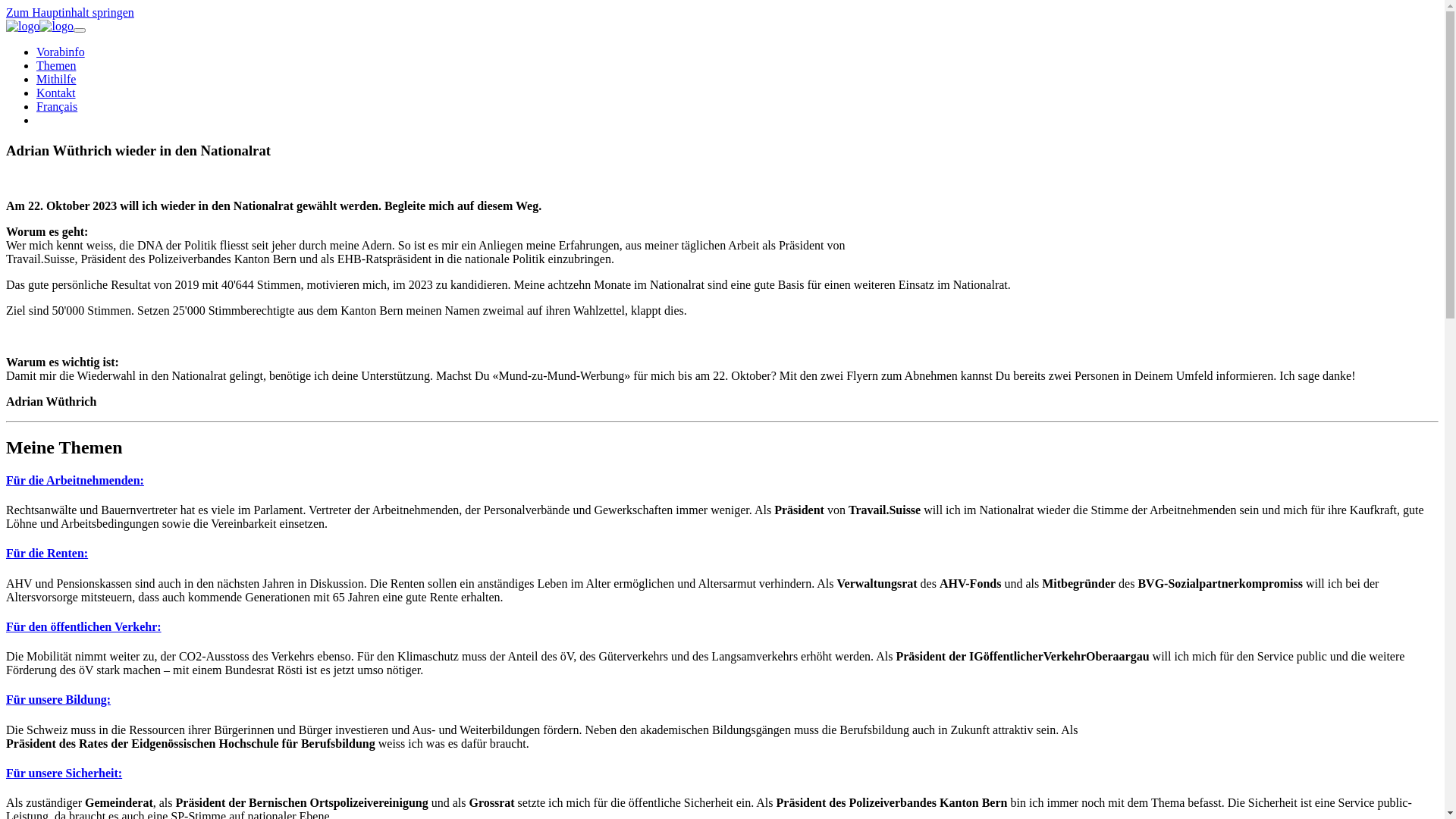  I want to click on 'Vorabinfo', so click(61, 51).